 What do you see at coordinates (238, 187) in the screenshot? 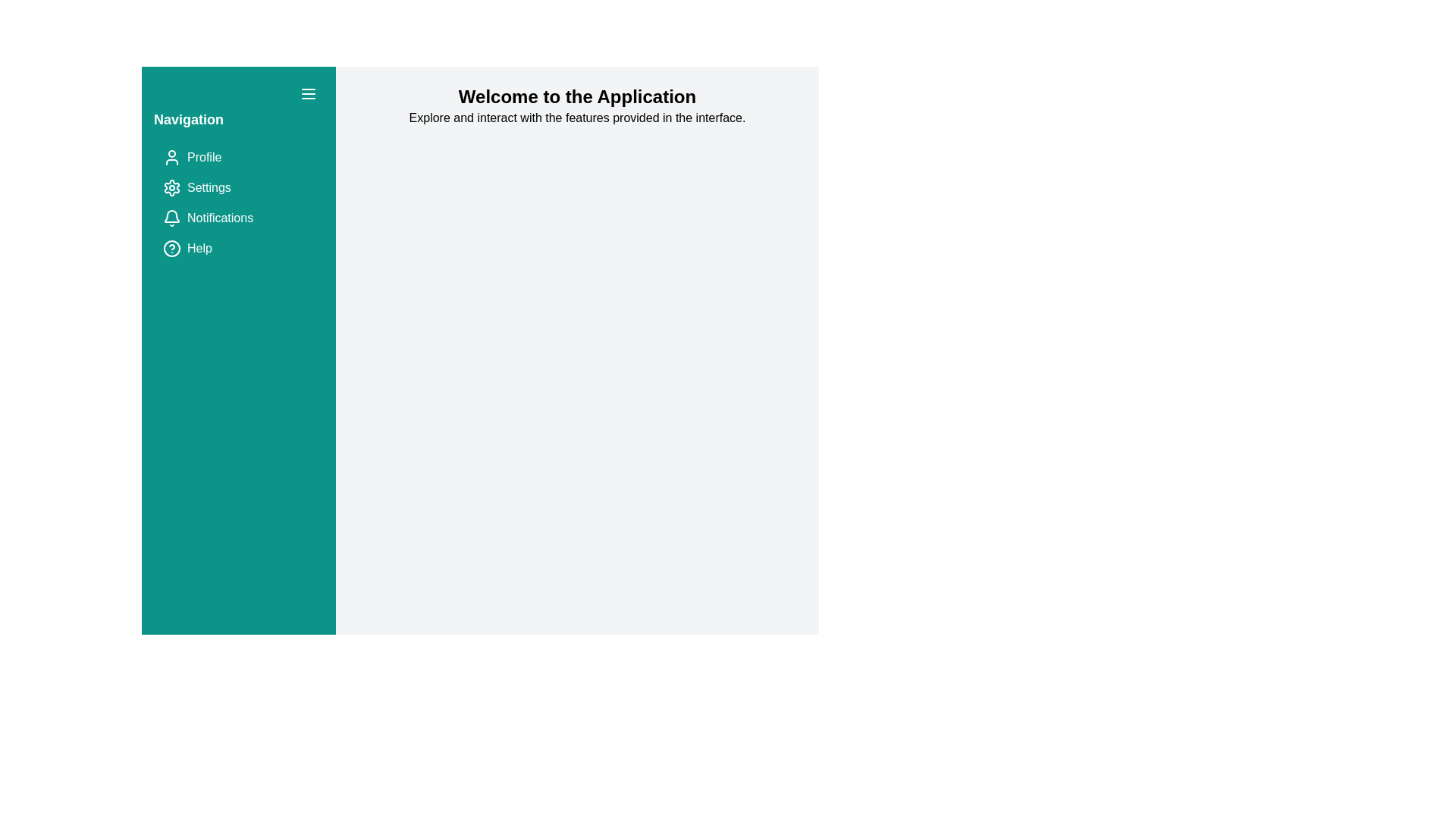
I see `the menu item labeled Settings` at bounding box center [238, 187].